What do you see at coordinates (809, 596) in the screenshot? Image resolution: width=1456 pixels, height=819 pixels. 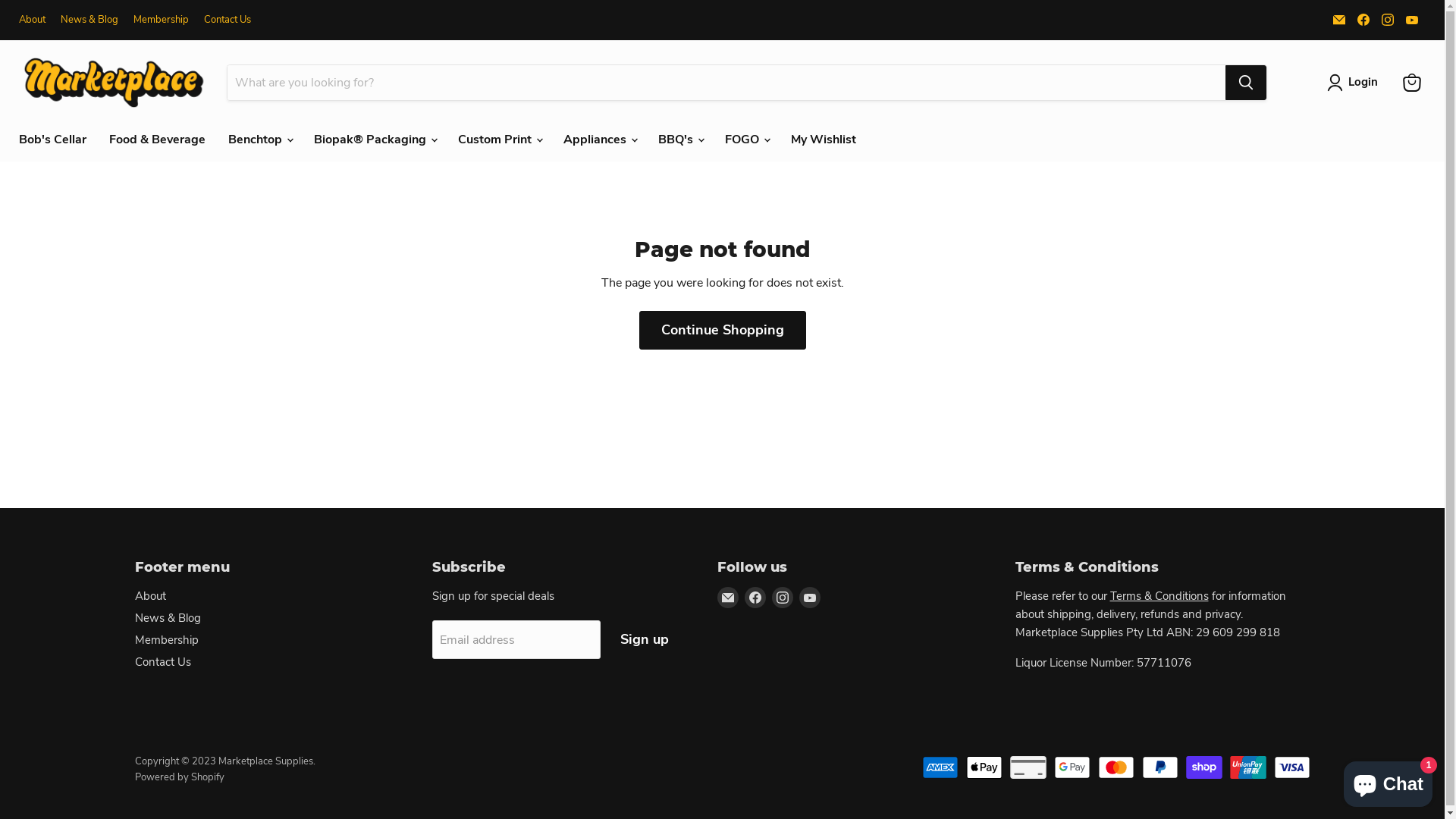 I see `'Find us on YouTube'` at bounding box center [809, 596].